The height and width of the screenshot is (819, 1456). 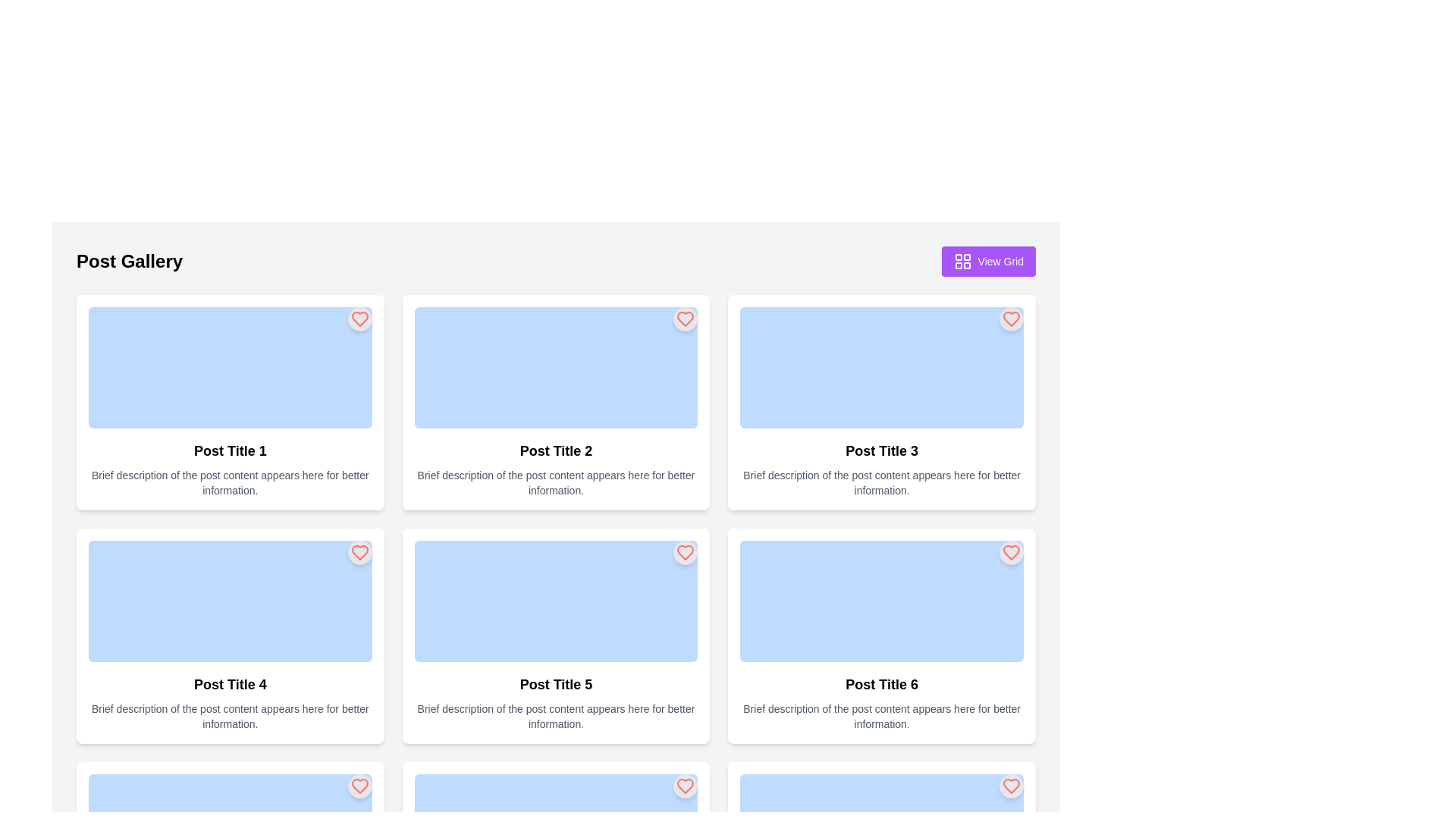 What do you see at coordinates (882, 482) in the screenshot?
I see `the text block displaying 'Brief description of the post content appears here for better information.', which is styled with gray text color and small font size, located directly below the heading 'Post Title 3'` at bounding box center [882, 482].